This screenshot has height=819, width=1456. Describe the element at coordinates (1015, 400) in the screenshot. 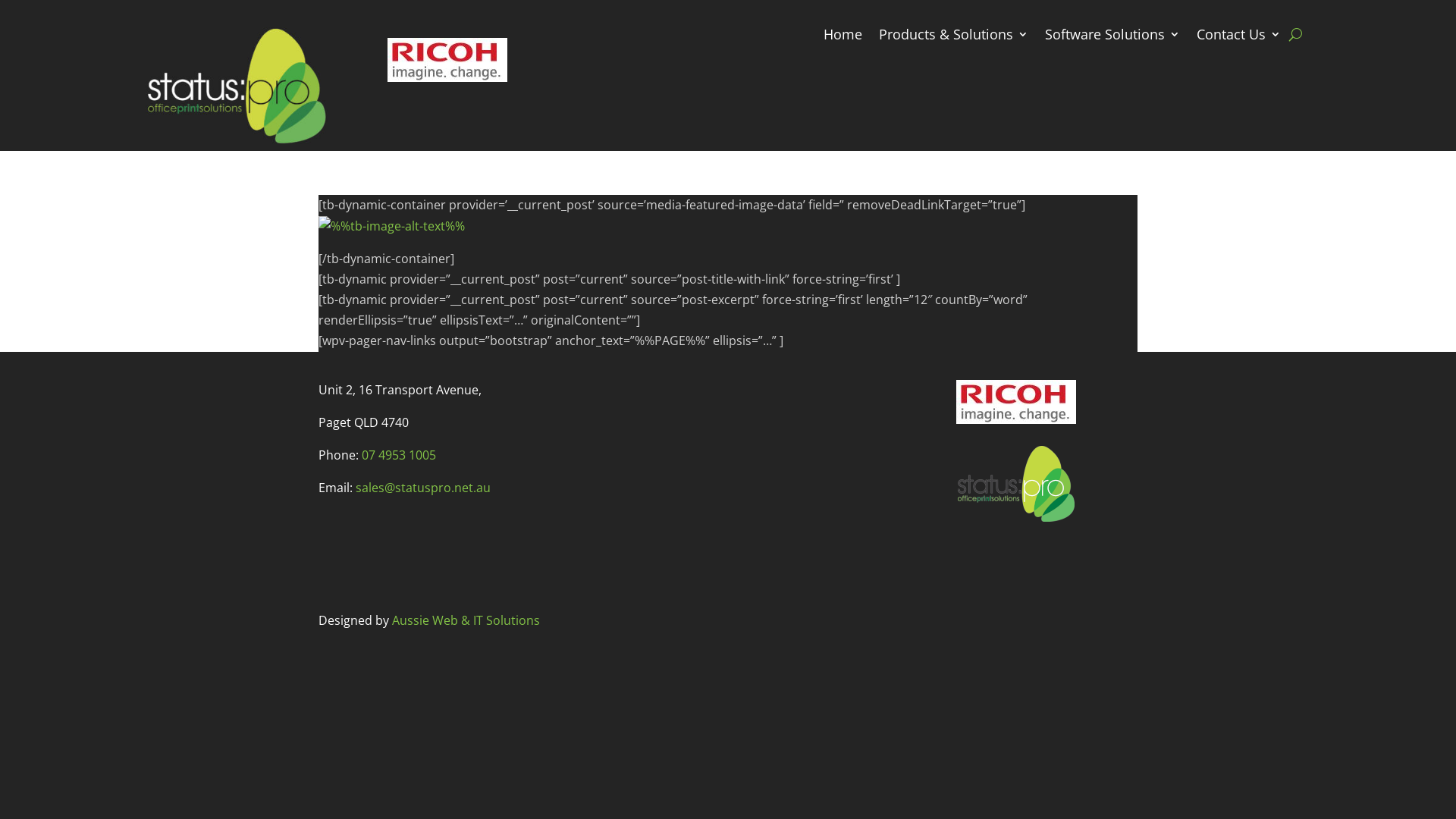

I see `'Ricoh'` at that location.